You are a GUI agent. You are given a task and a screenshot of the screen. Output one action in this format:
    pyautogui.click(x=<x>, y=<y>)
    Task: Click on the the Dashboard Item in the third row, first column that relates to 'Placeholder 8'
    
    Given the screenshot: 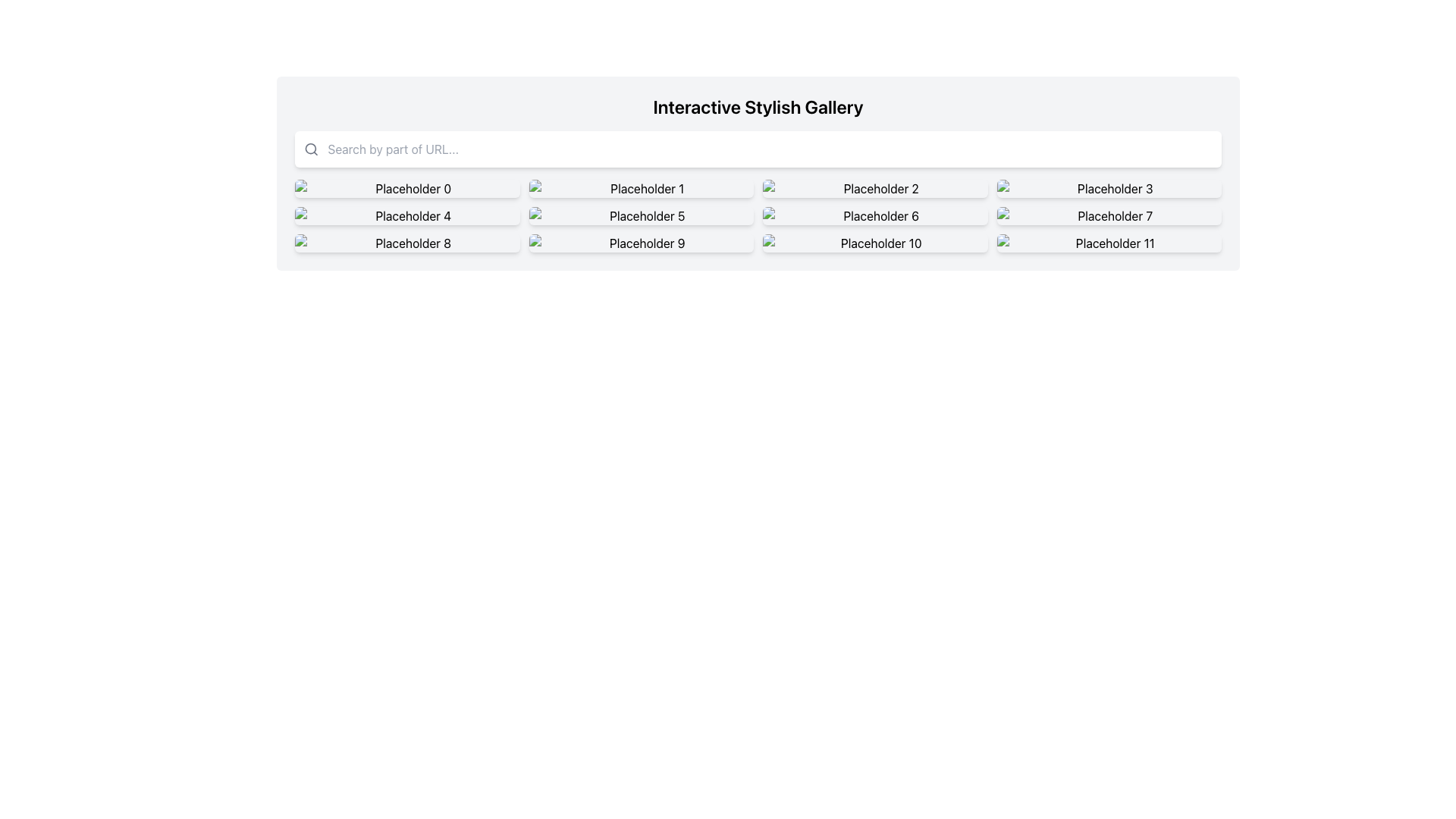 What is the action you would take?
    pyautogui.click(x=407, y=242)
    